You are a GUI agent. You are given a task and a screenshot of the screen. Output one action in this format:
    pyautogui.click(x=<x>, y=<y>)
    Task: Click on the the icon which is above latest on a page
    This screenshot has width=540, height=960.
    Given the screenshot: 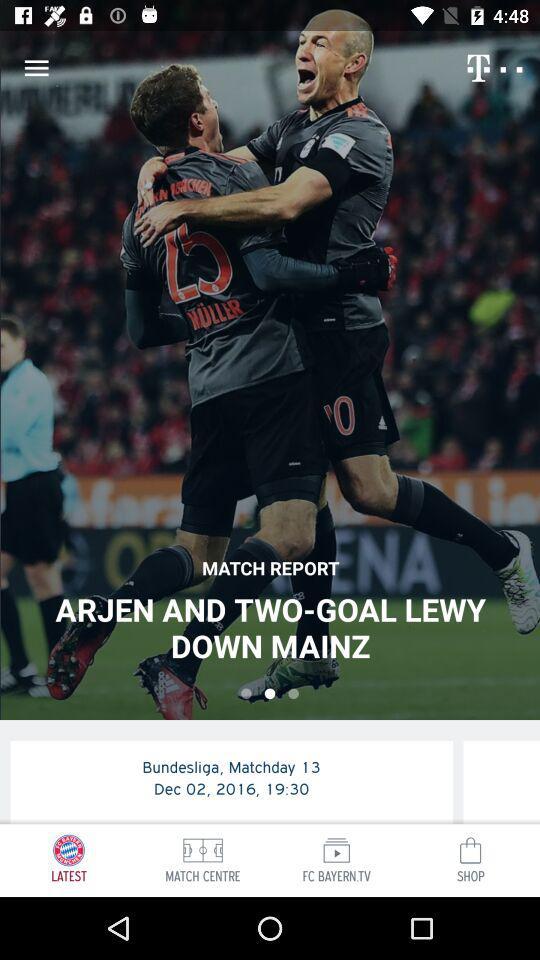 What is the action you would take?
    pyautogui.click(x=68, y=849)
    